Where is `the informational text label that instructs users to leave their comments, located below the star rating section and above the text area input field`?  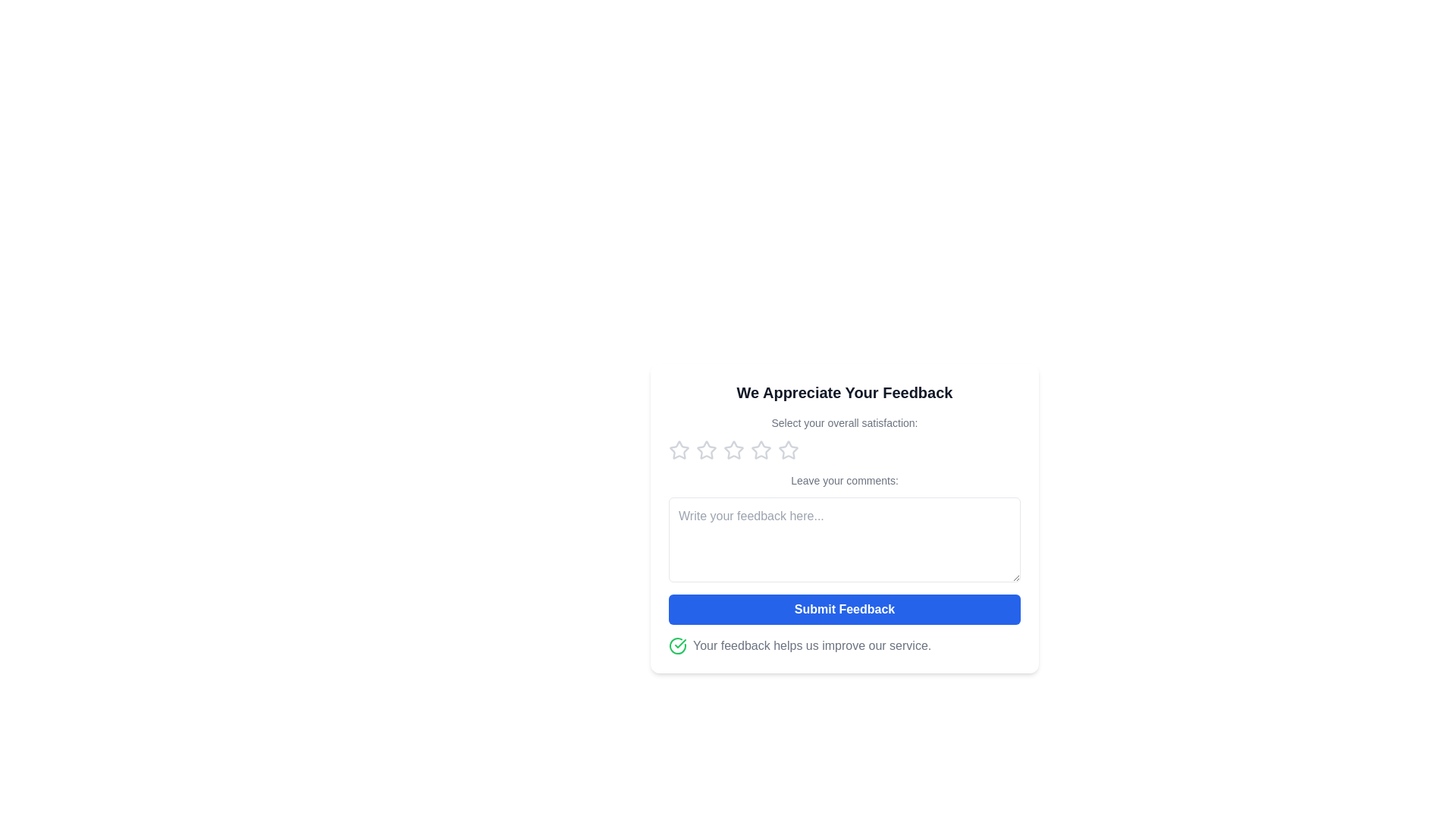
the informational text label that instructs users to leave their comments, located below the star rating section and above the text area input field is located at coordinates (843, 480).